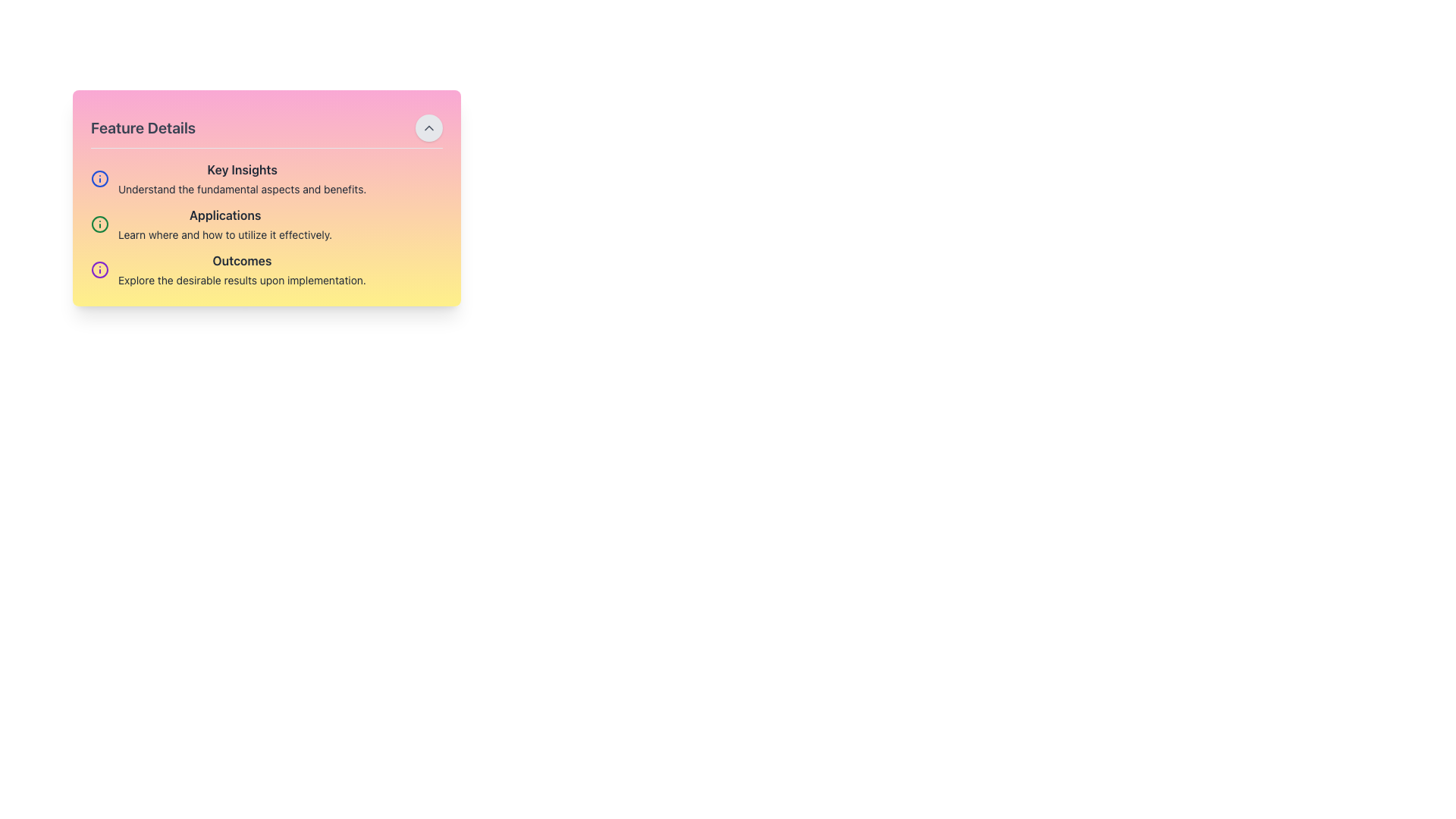  Describe the element at coordinates (241, 281) in the screenshot. I see `line of text that says 'Explore the desirable results upon implementation.' located under the title 'Outcomes' within the card's grouped section` at that location.